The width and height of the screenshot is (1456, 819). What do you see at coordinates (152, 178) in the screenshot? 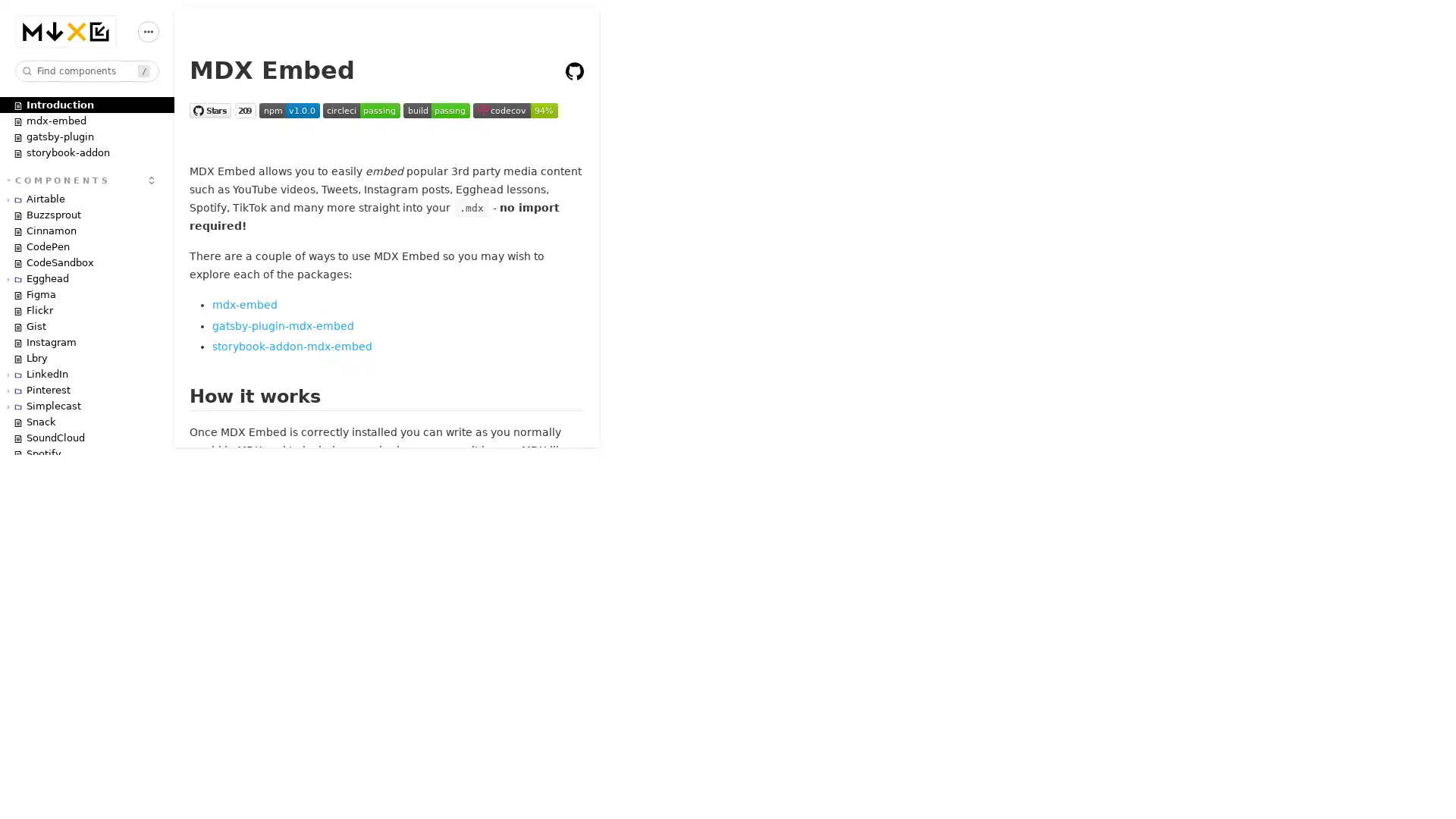
I see `expand` at bounding box center [152, 178].